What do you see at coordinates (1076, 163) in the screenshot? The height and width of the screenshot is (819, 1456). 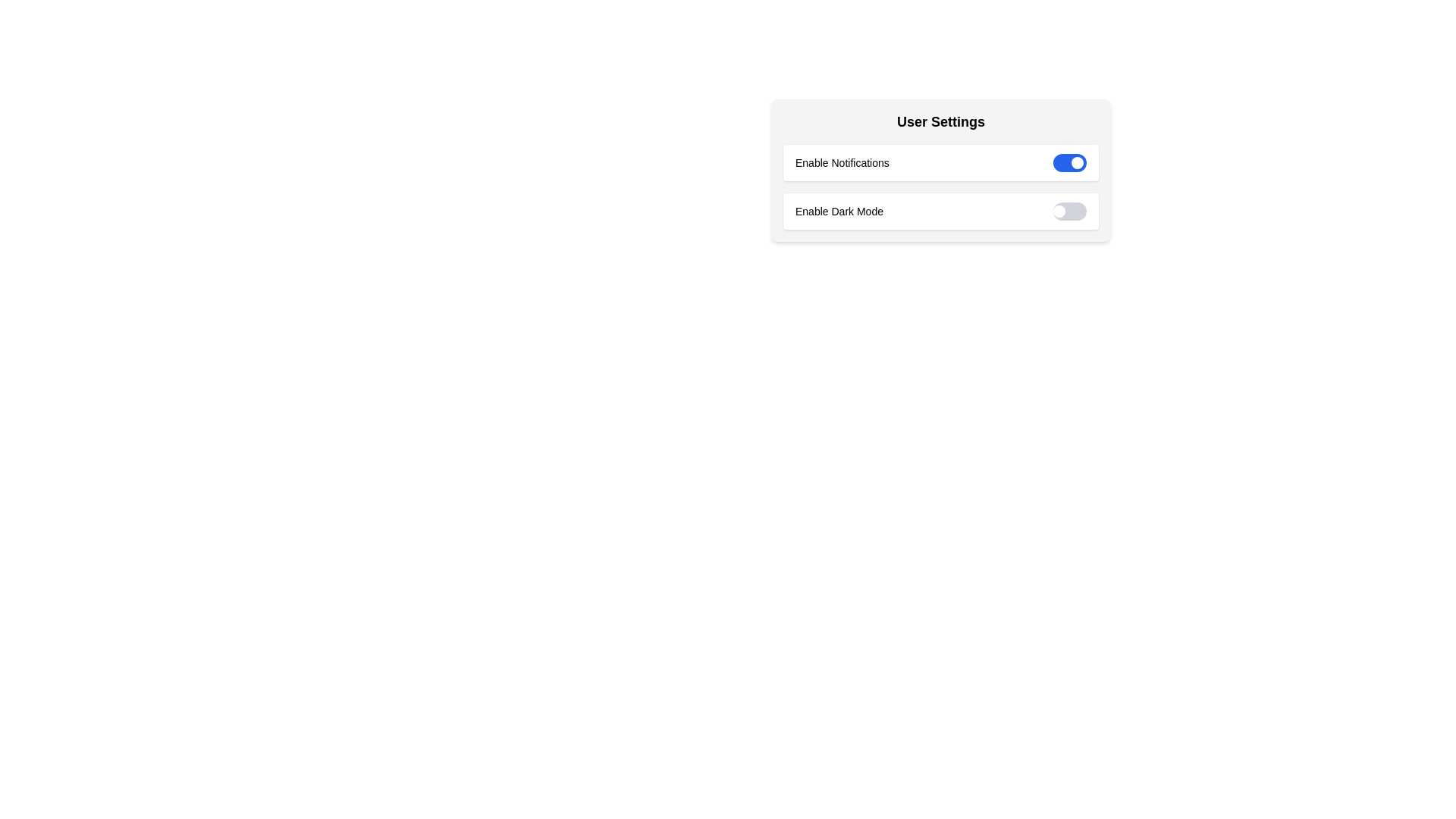 I see `the Toggle Thumb` at bounding box center [1076, 163].